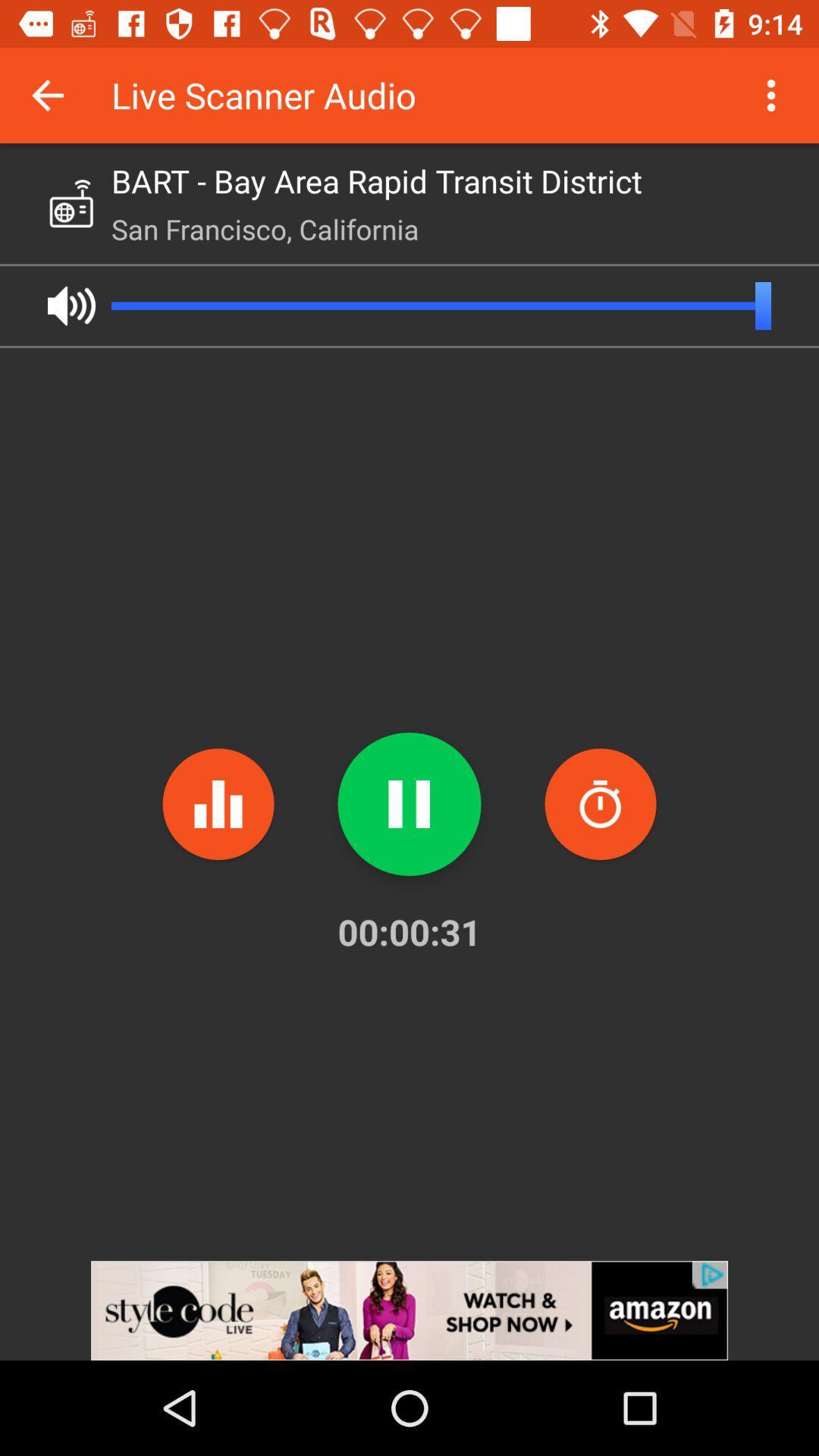  Describe the element at coordinates (599, 803) in the screenshot. I see `the time icon` at that location.